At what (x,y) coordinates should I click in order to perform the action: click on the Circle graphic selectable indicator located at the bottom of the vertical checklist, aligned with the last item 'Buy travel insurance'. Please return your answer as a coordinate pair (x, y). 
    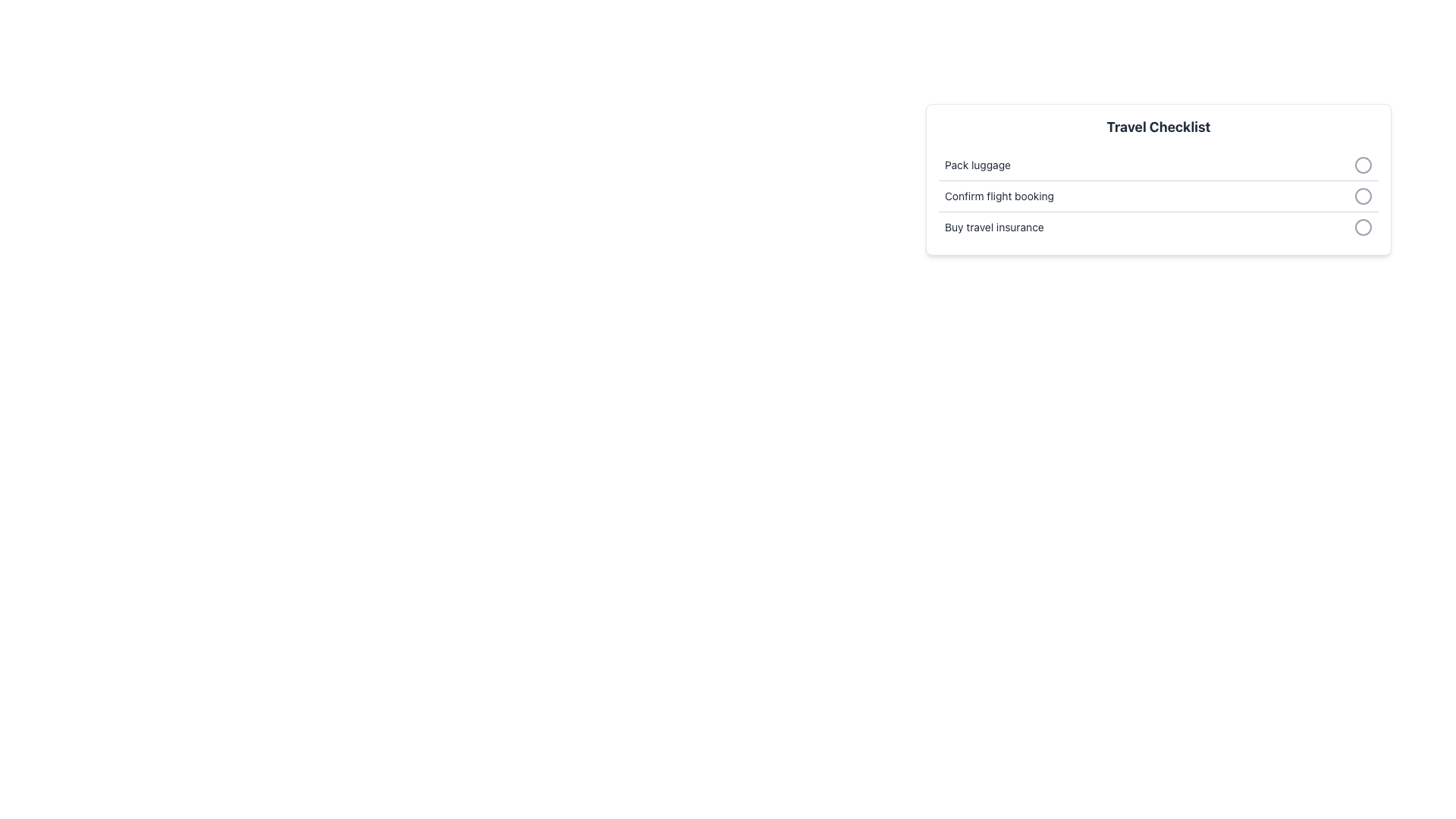
    Looking at the image, I should click on (1363, 227).